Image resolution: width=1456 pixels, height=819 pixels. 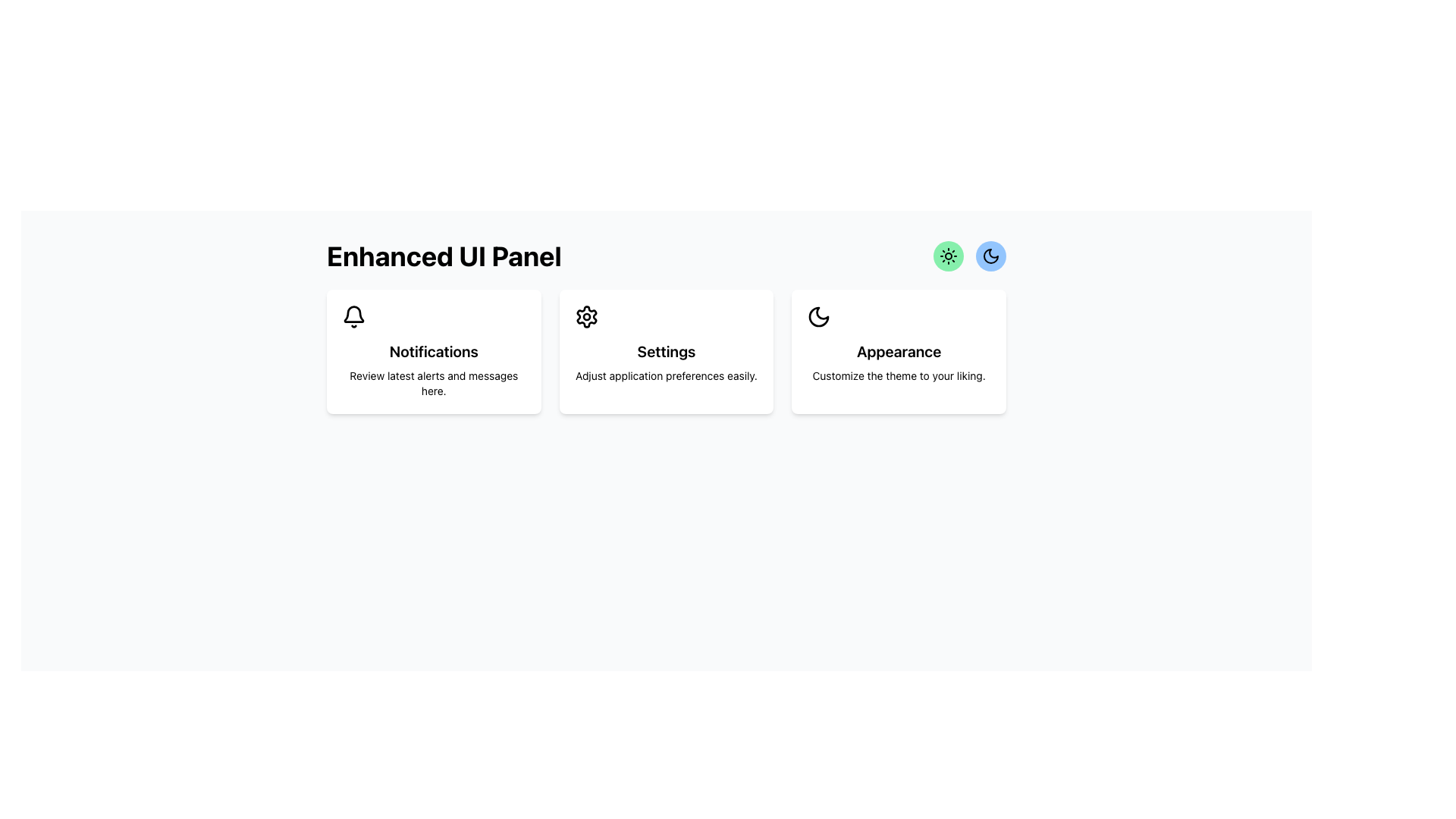 I want to click on the gear-shaped icon in the 'Settings' card, located centrally in the second card of a three-card layout under the 'Enhanced UI Panel' title, so click(x=585, y=315).